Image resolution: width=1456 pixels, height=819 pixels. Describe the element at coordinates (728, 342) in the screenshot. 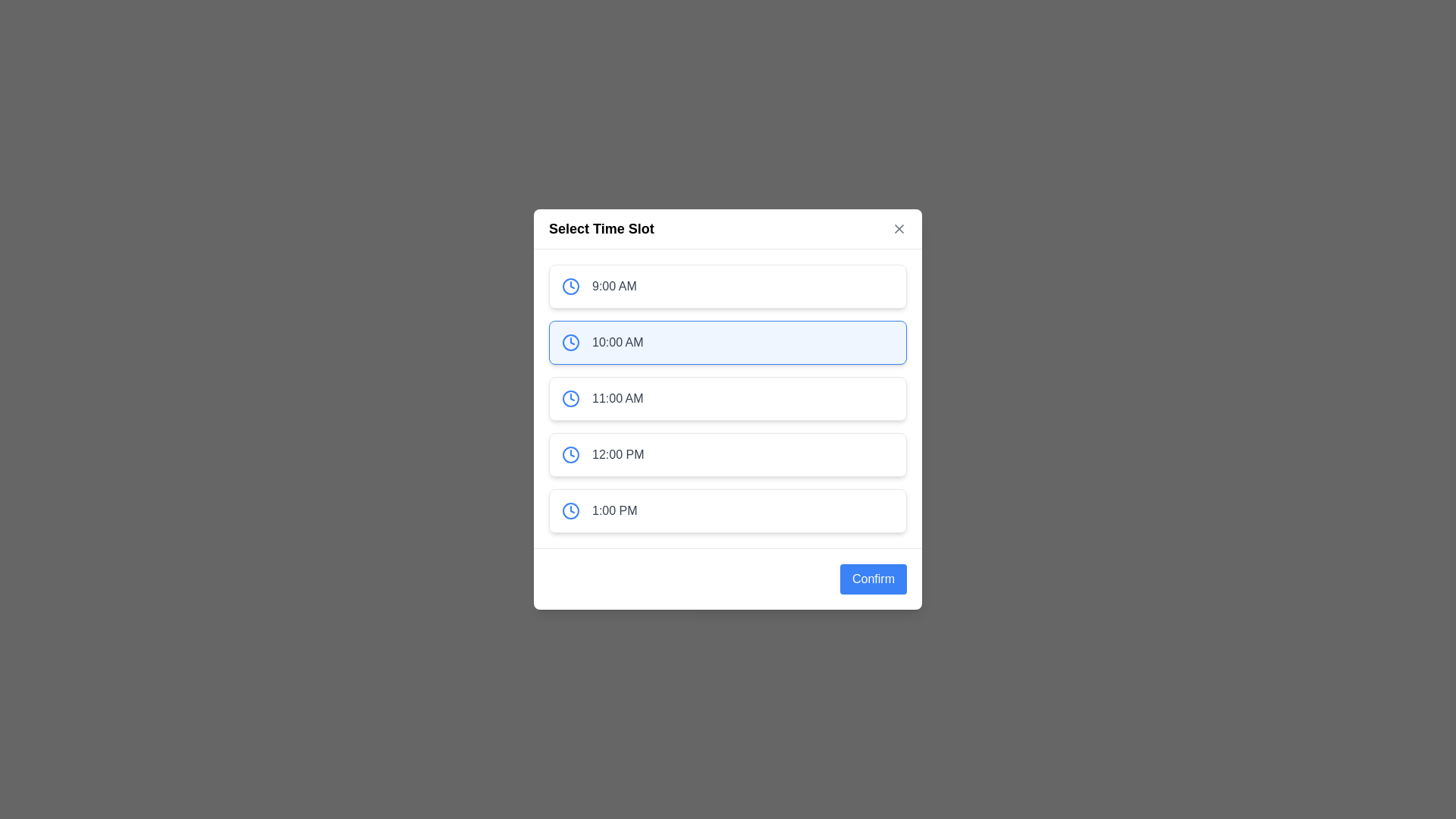

I see `the time slot labeled 10:00 AM to select it` at that location.